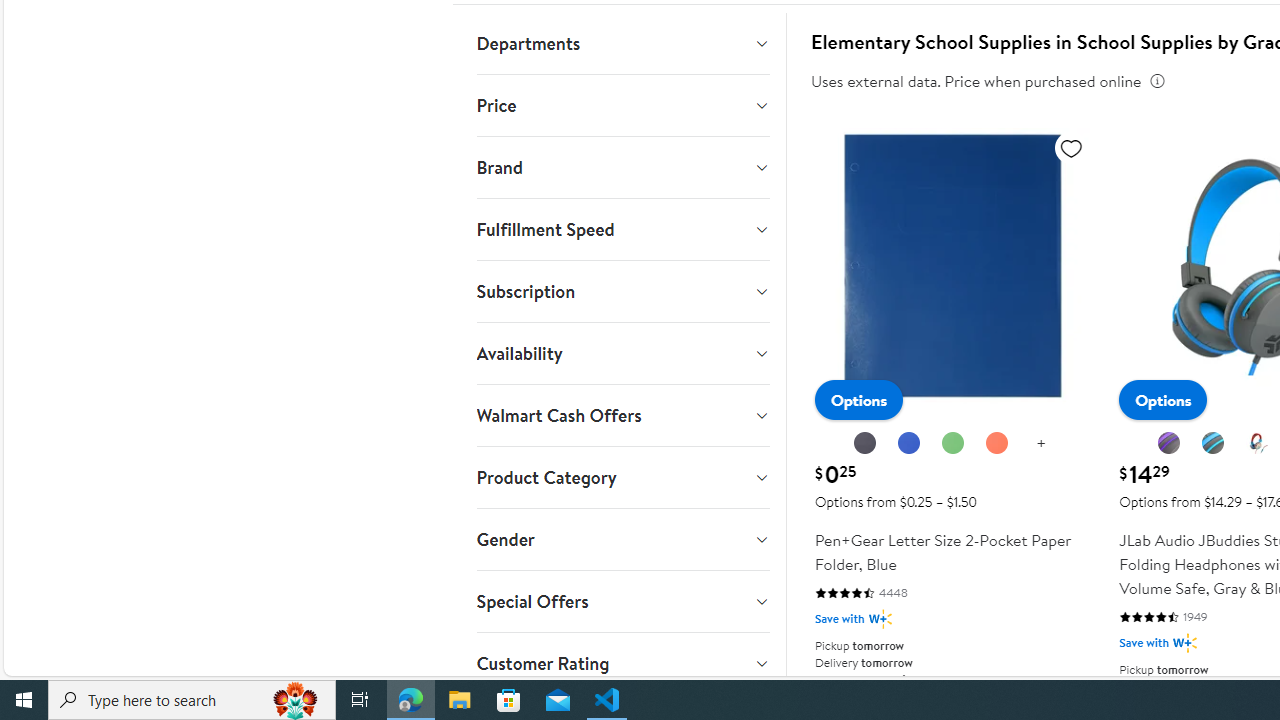 The width and height of the screenshot is (1280, 720). Describe the element at coordinates (621, 291) in the screenshot. I see `'Subscription'` at that location.